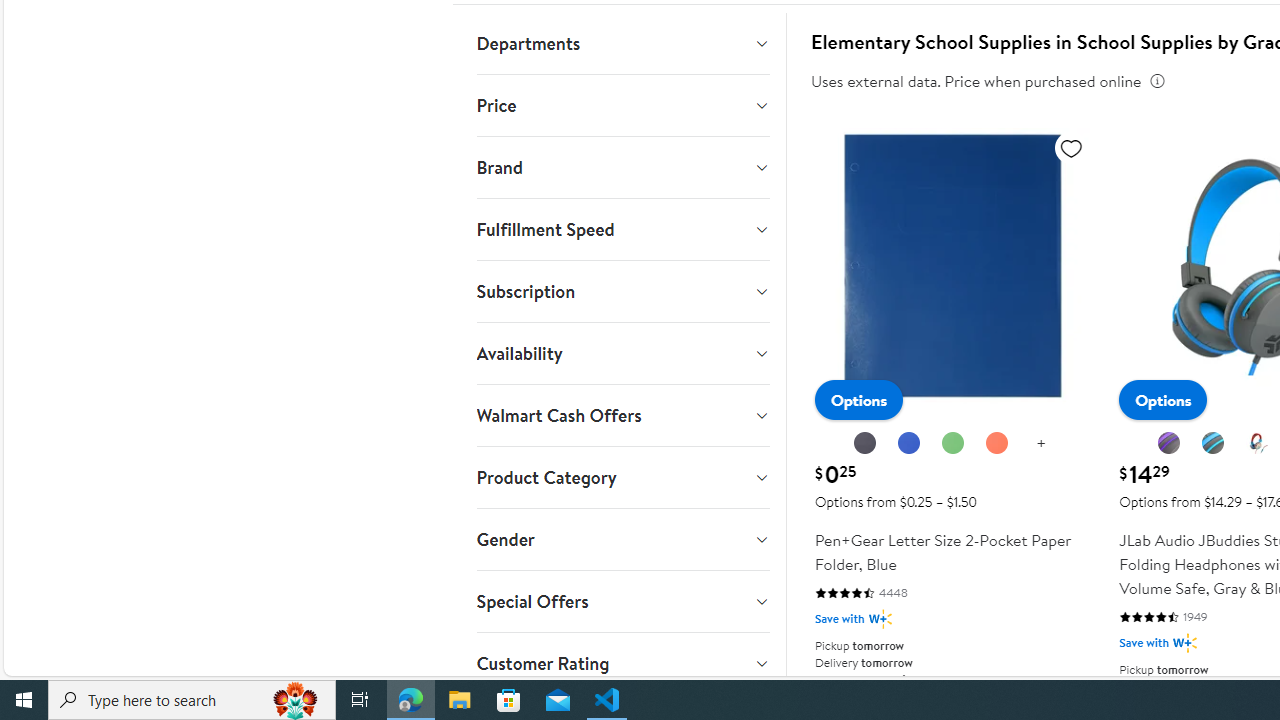 The width and height of the screenshot is (1280, 720). Describe the element at coordinates (621, 291) in the screenshot. I see `'Subscription'` at that location.